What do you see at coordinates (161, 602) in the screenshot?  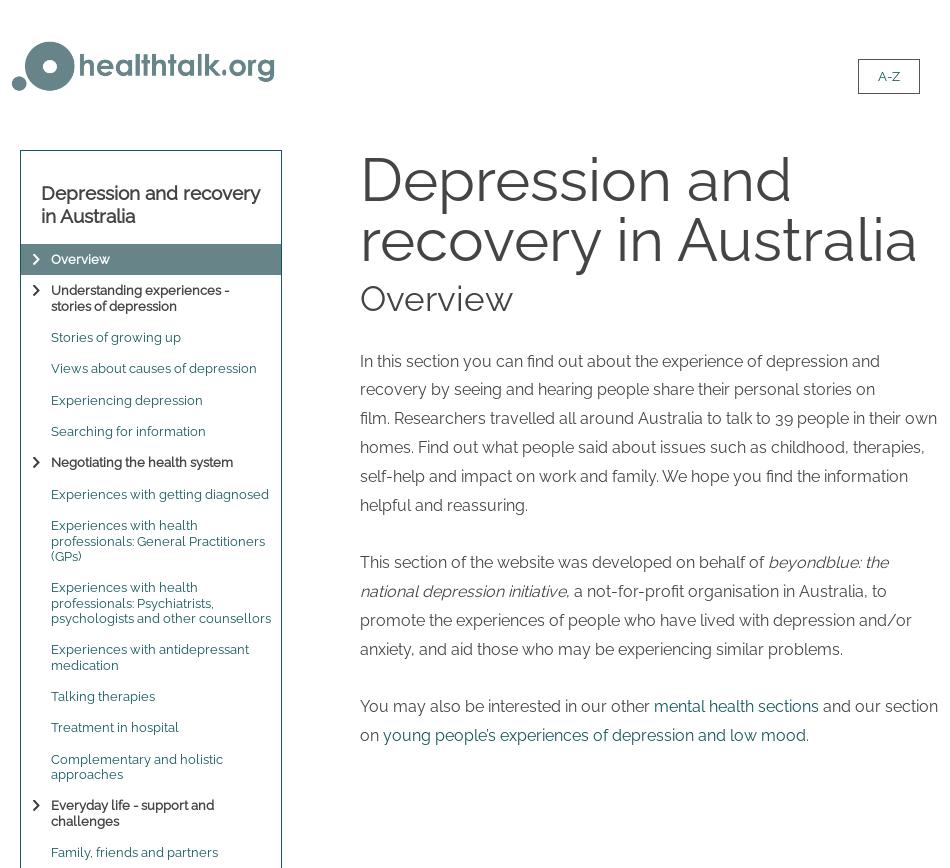 I see `'Experiences with health professionals: Psychiatrists, psychologists and other counsellors'` at bounding box center [161, 602].